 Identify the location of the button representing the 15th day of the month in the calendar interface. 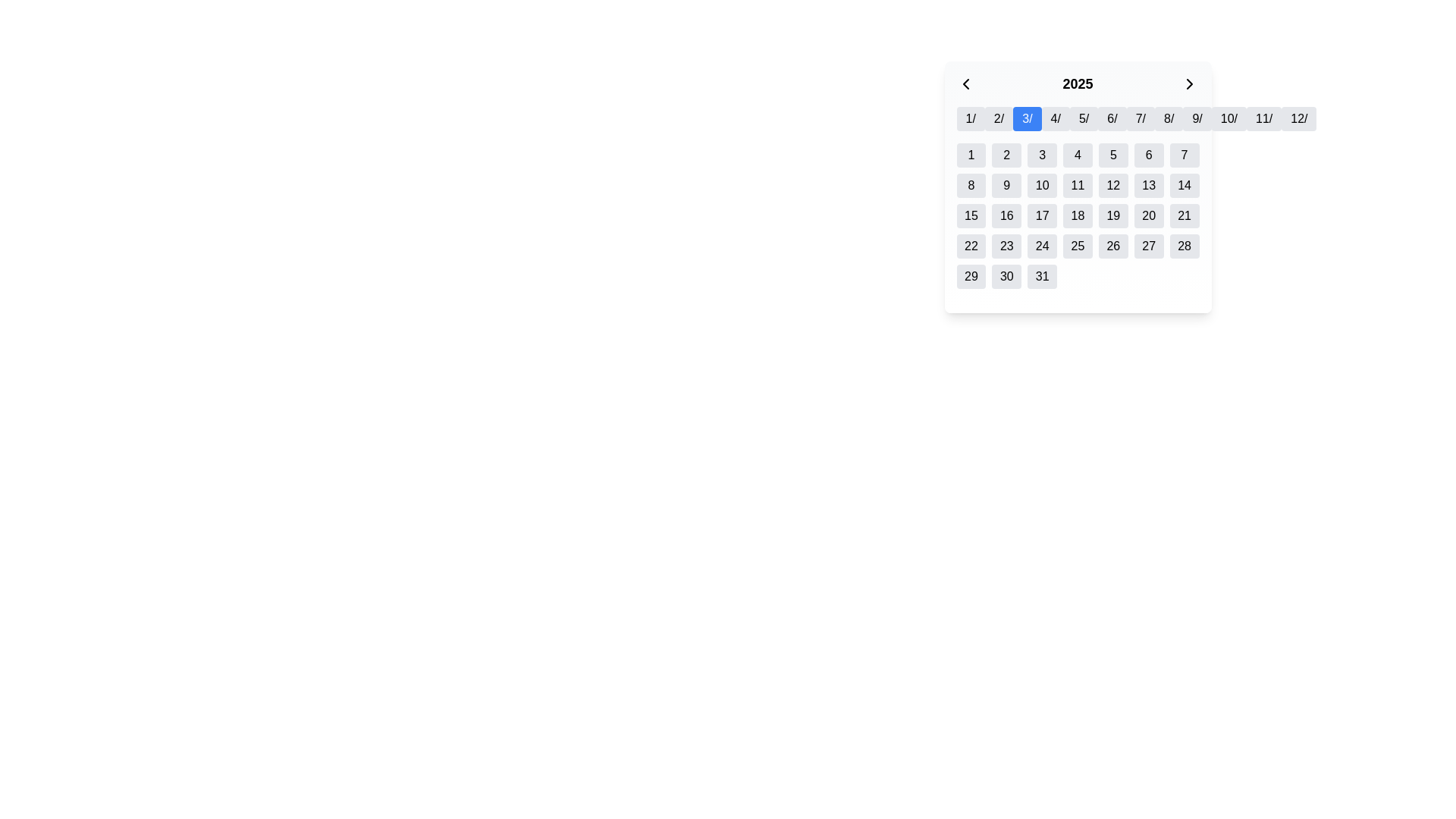
(971, 216).